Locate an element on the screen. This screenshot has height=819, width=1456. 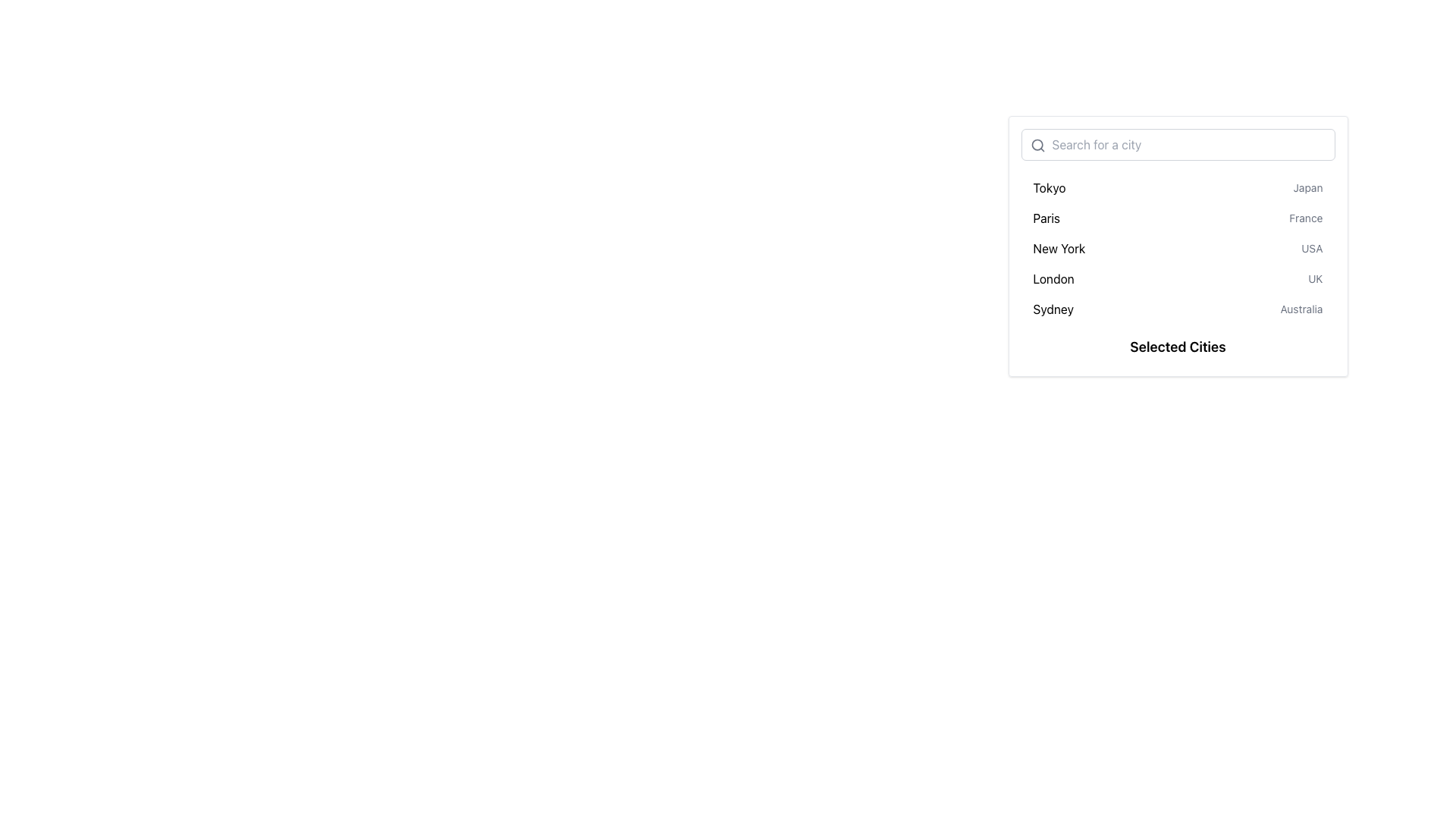
the third list item displaying 'New York' on the left and 'USA' on the right is located at coordinates (1177, 247).